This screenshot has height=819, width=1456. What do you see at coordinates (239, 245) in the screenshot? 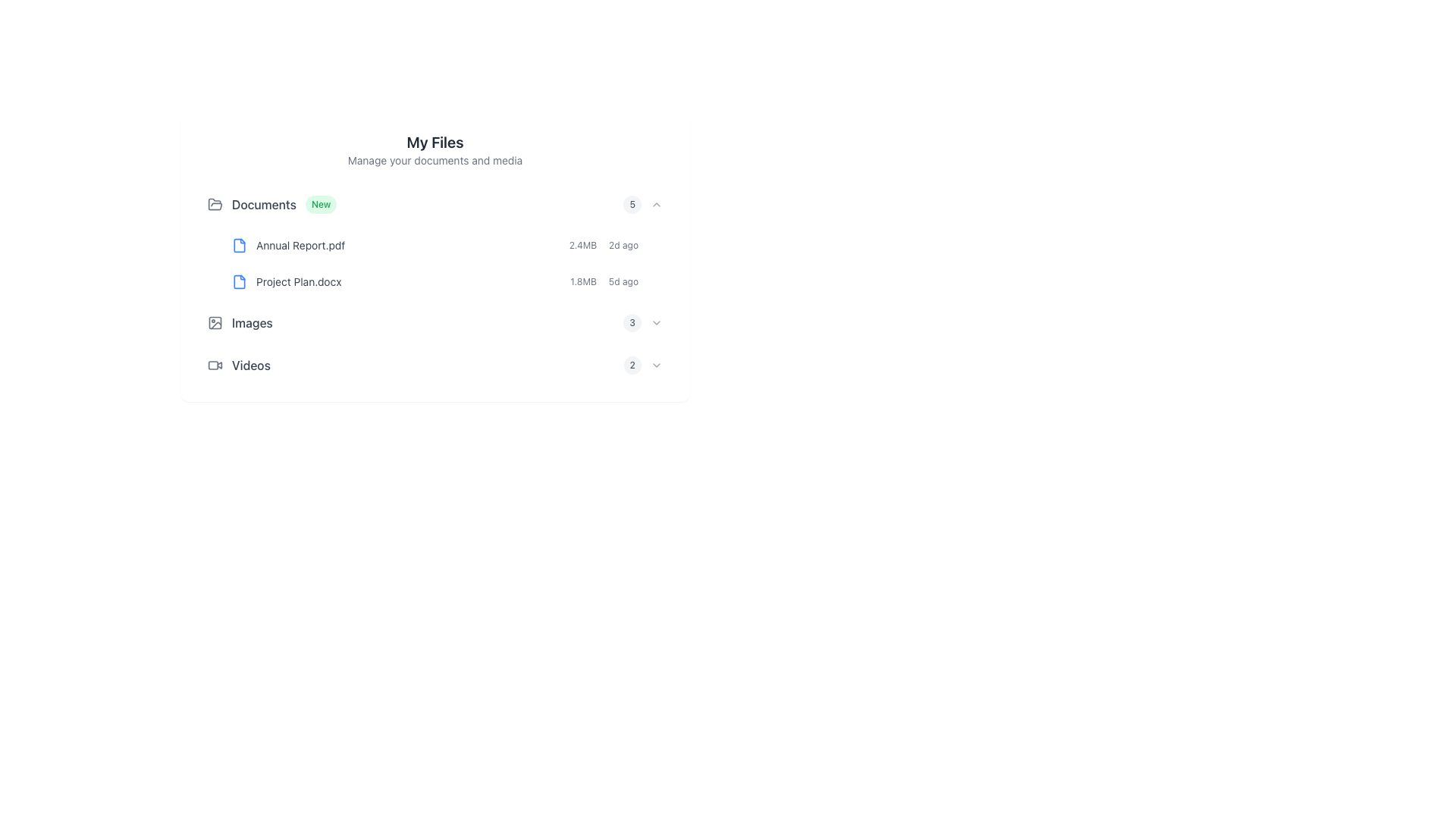
I see `the small blue file icon located to the left of the text 'Annual Report.pdf' in the 'Documents' section under 'My Files'` at bounding box center [239, 245].